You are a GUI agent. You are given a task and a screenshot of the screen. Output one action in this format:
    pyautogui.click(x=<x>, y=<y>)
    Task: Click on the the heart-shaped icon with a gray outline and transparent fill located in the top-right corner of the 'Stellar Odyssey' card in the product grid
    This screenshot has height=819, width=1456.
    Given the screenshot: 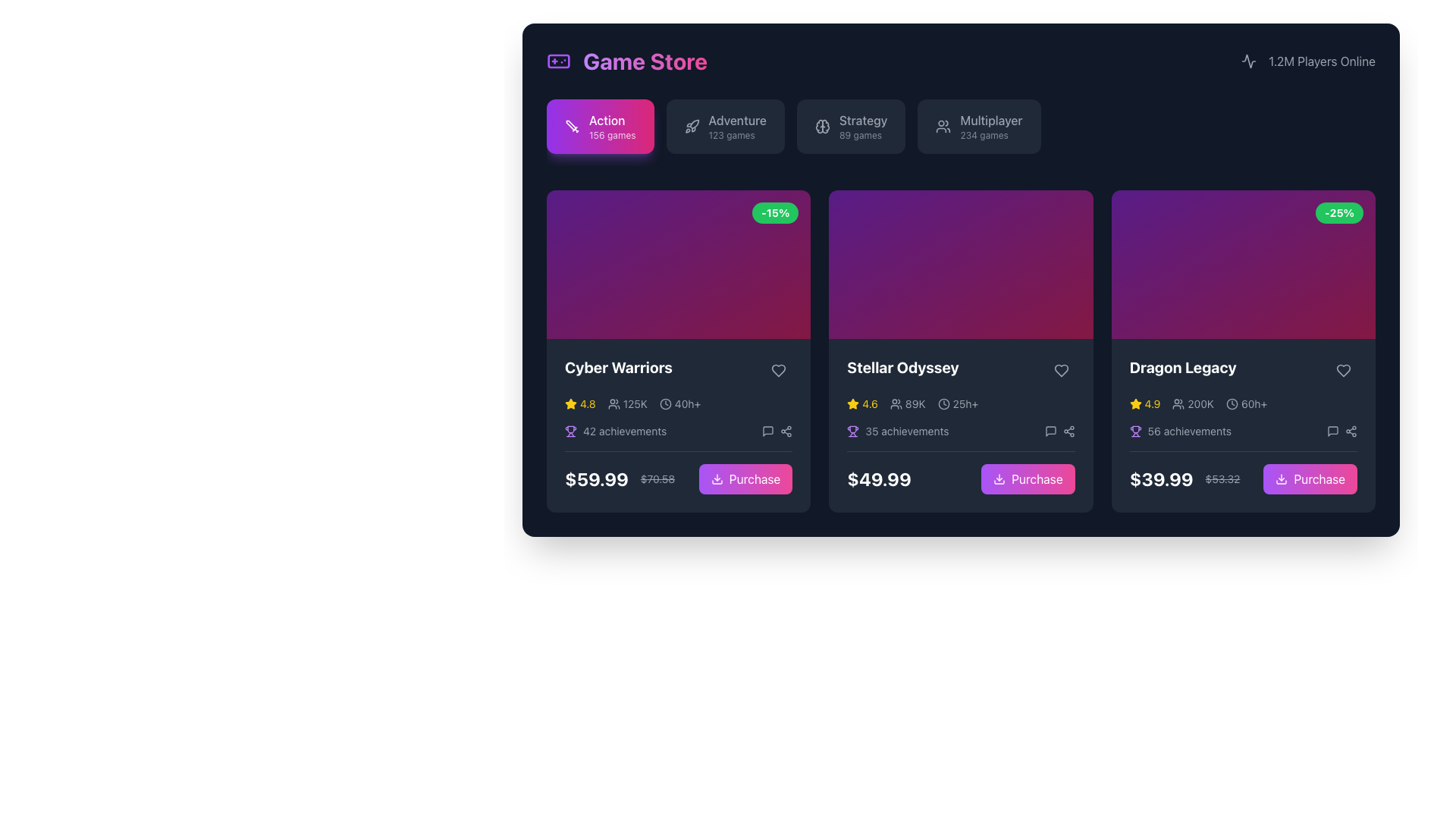 What is the action you would take?
    pyautogui.click(x=1060, y=370)
    